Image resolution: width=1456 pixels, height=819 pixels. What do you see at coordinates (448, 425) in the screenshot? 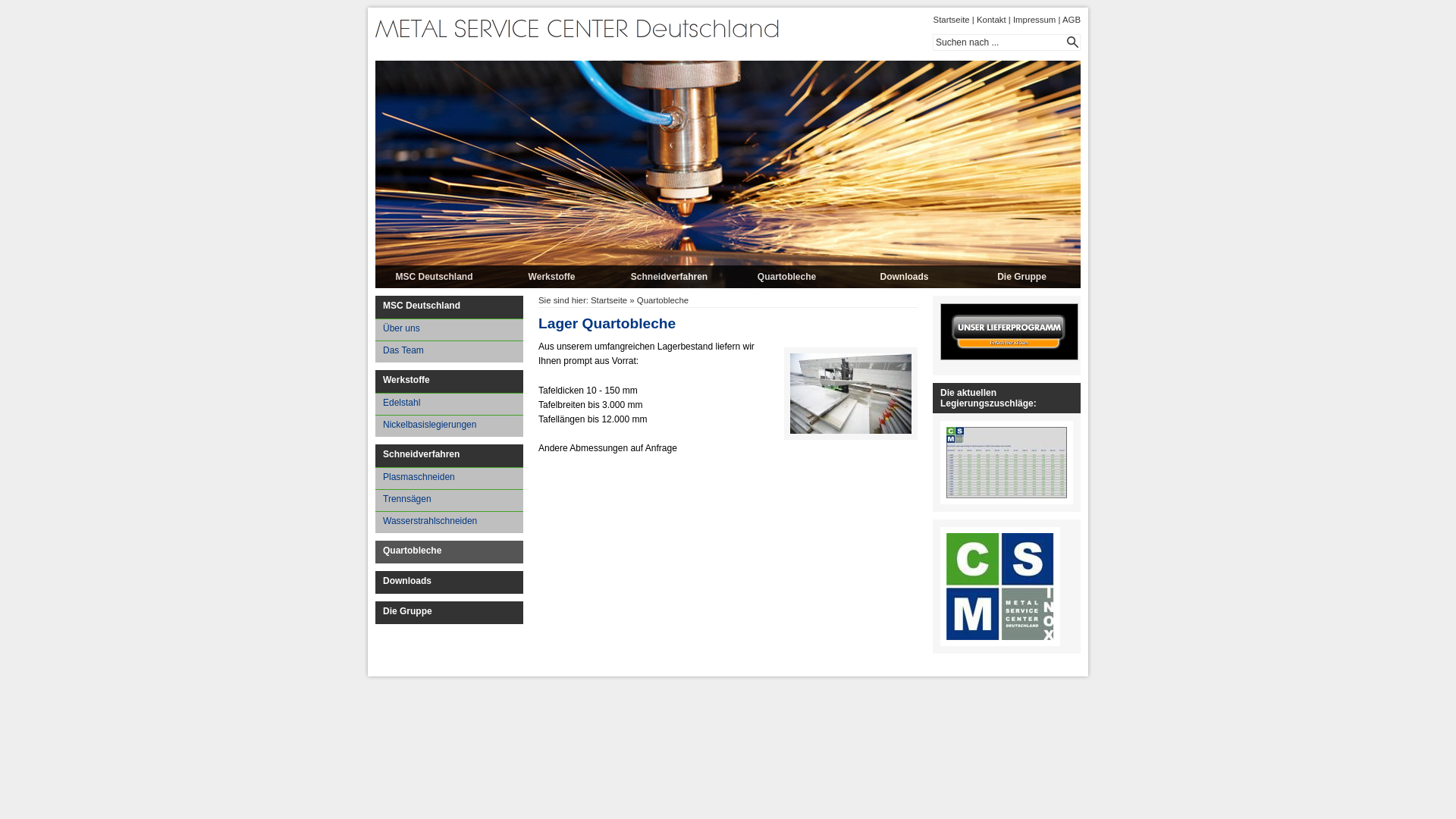
I see `'Nickelbasislegierungen'` at bounding box center [448, 425].